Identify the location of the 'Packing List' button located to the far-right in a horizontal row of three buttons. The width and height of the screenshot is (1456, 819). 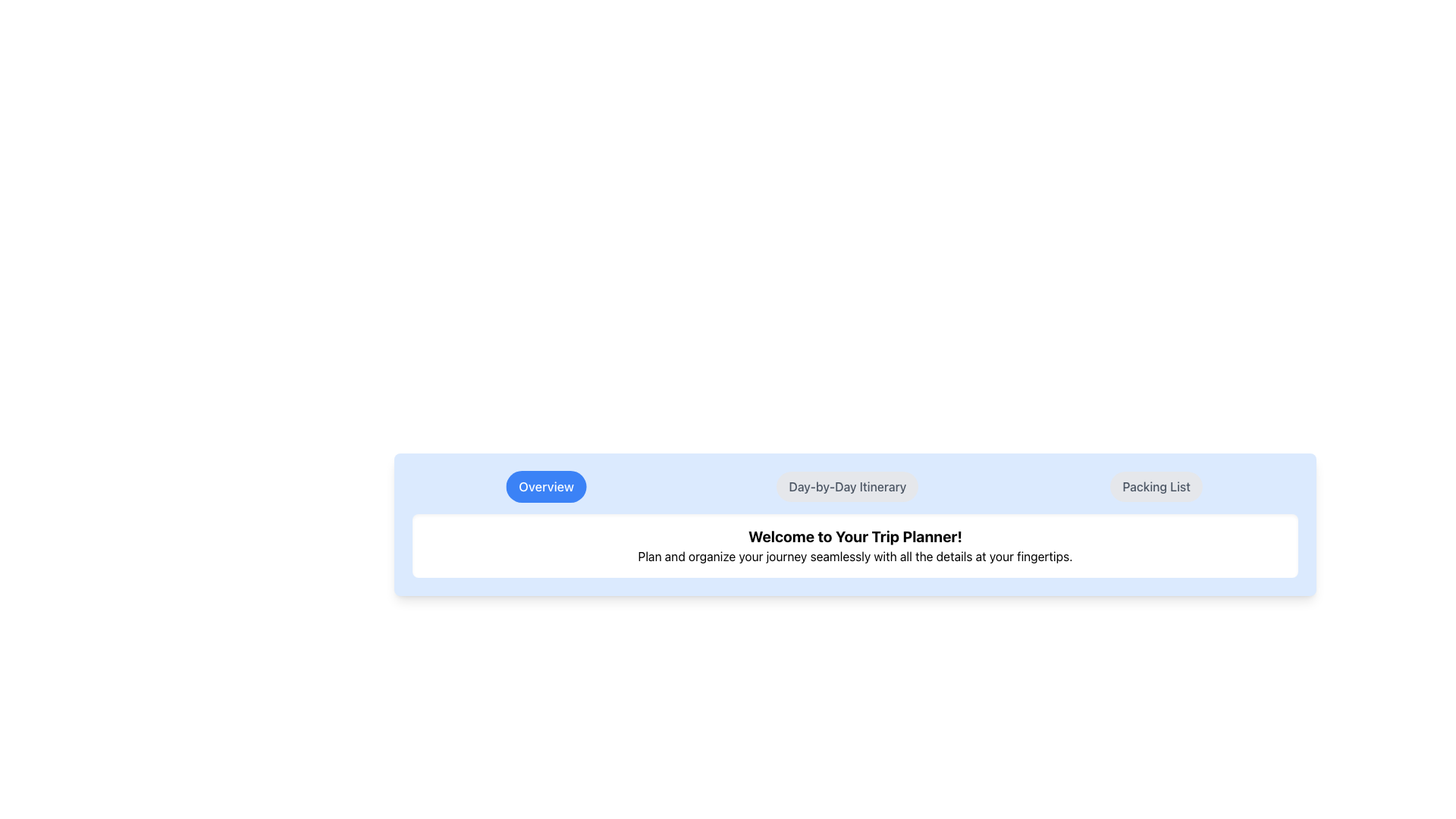
(1155, 486).